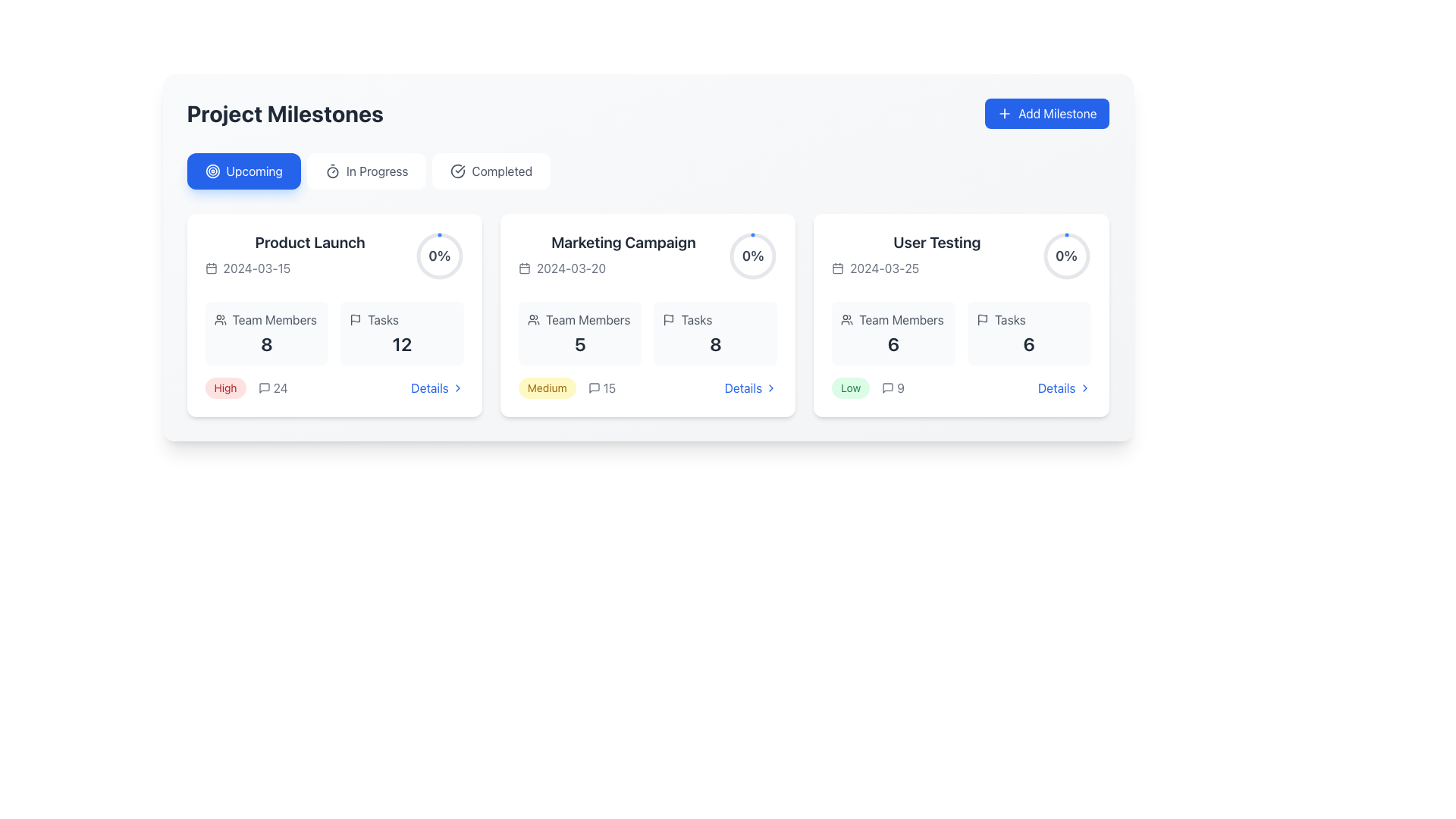 The height and width of the screenshot is (819, 1456). What do you see at coordinates (355, 318) in the screenshot?
I see `the icon that serves as a visual identifier for the 'Tasks' label, located to the left of the 'Tasks' text` at bounding box center [355, 318].